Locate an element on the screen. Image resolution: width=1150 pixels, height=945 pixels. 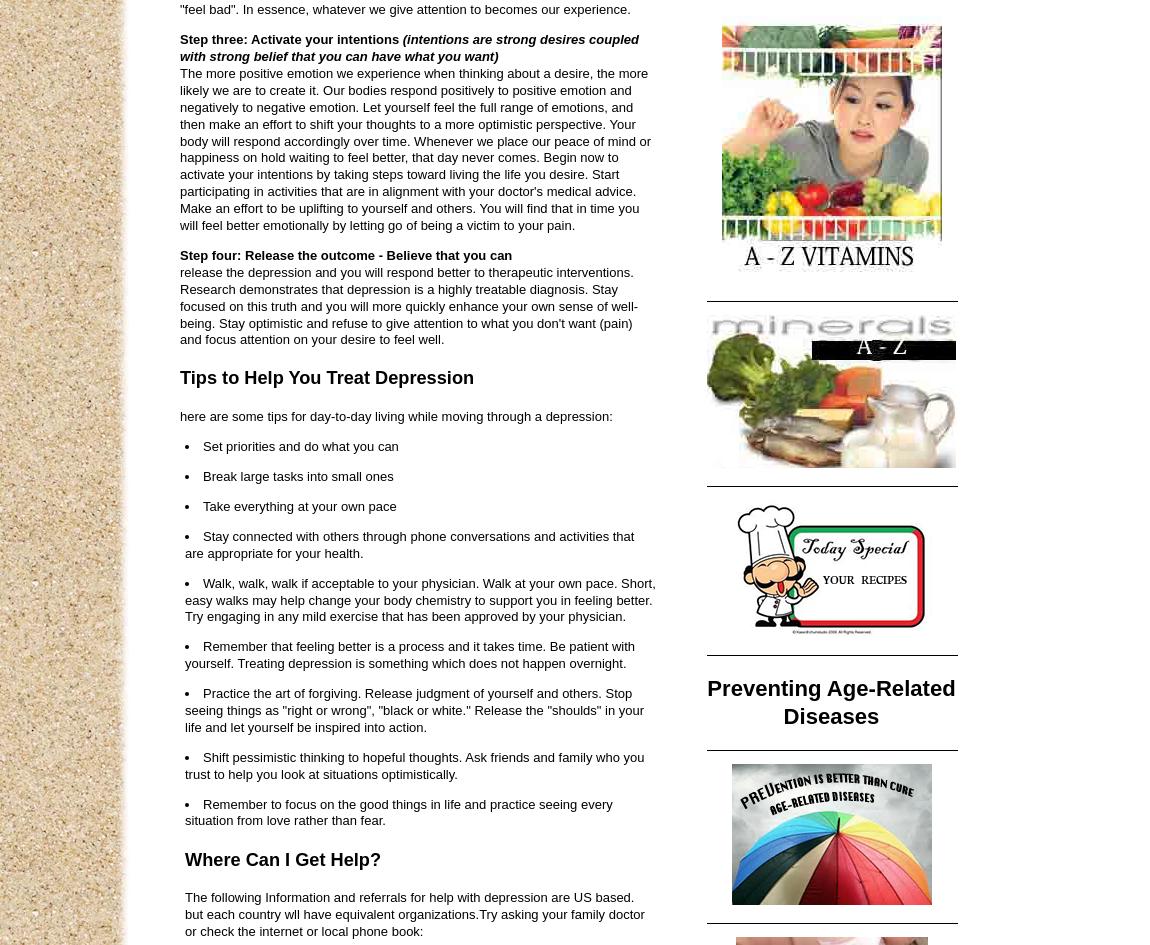
'Stay connected with others through phone conversations and activities that are appropriate for your health.' is located at coordinates (409, 544).